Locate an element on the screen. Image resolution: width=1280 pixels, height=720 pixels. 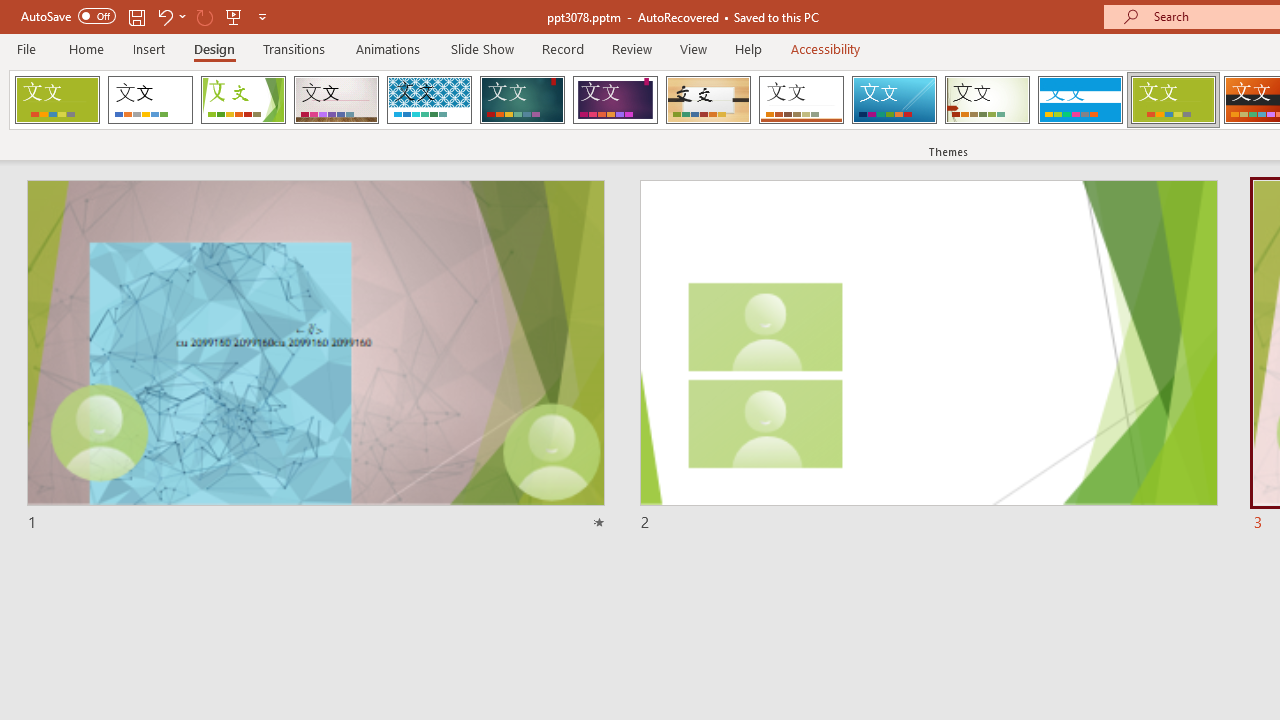
'Office Theme' is located at coordinates (149, 100).